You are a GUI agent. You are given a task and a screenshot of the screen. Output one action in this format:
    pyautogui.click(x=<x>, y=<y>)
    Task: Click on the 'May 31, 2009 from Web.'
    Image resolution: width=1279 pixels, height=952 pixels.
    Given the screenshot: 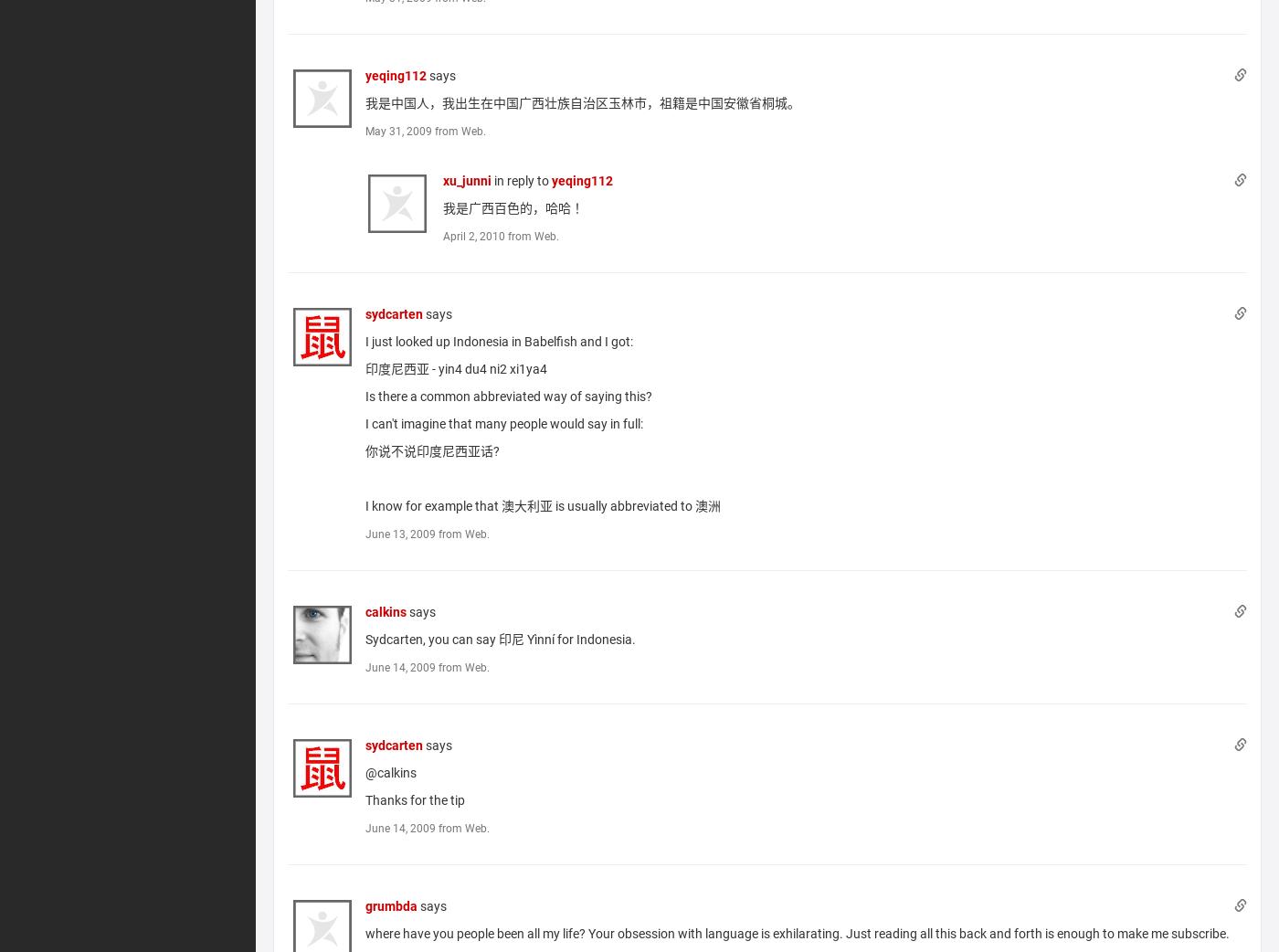 What is the action you would take?
    pyautogui.click(x=426, y=130)
    